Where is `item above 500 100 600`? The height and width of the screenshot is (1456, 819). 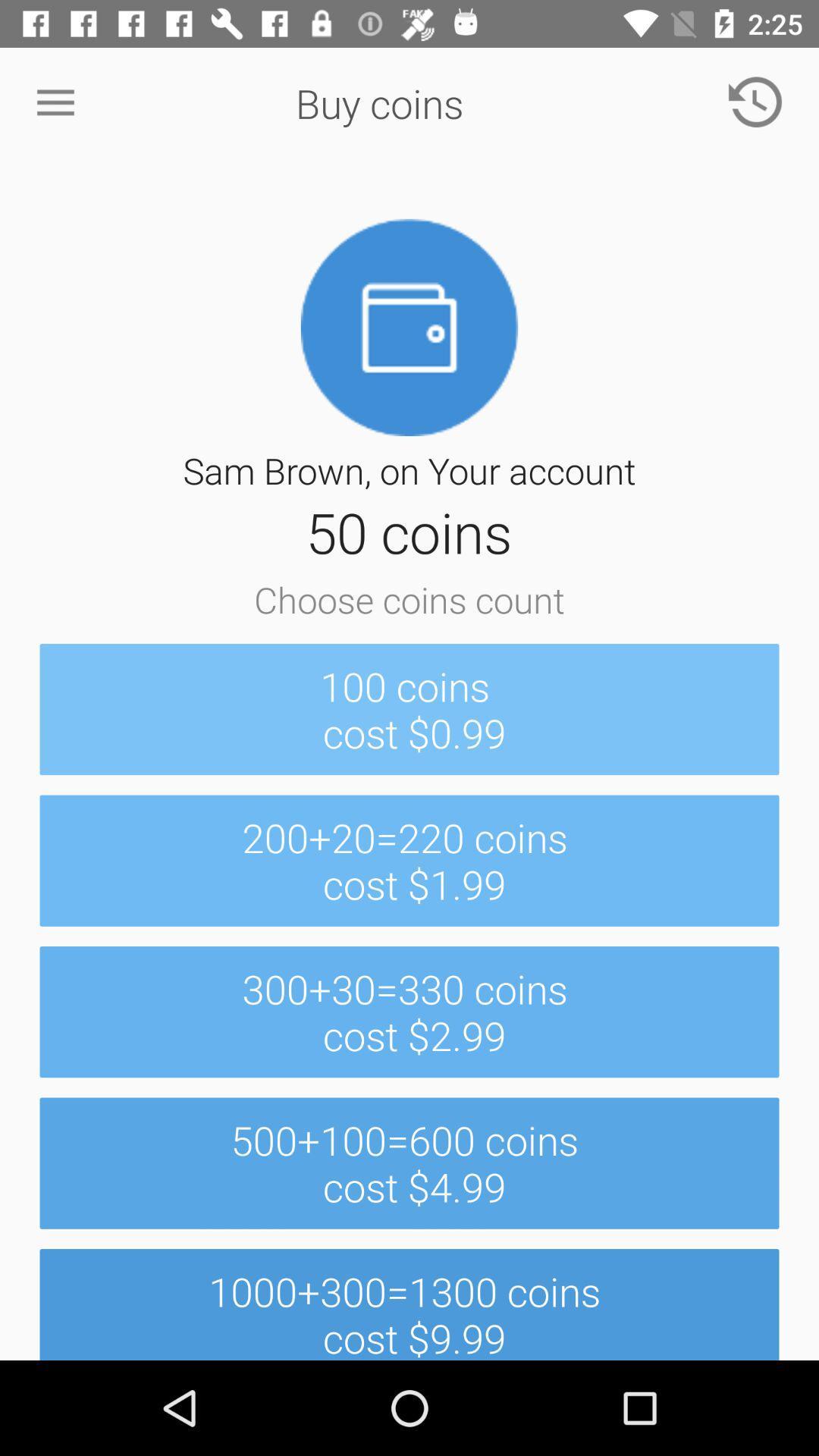 item above 500 100 600 is located at coordinates (409, 1012).